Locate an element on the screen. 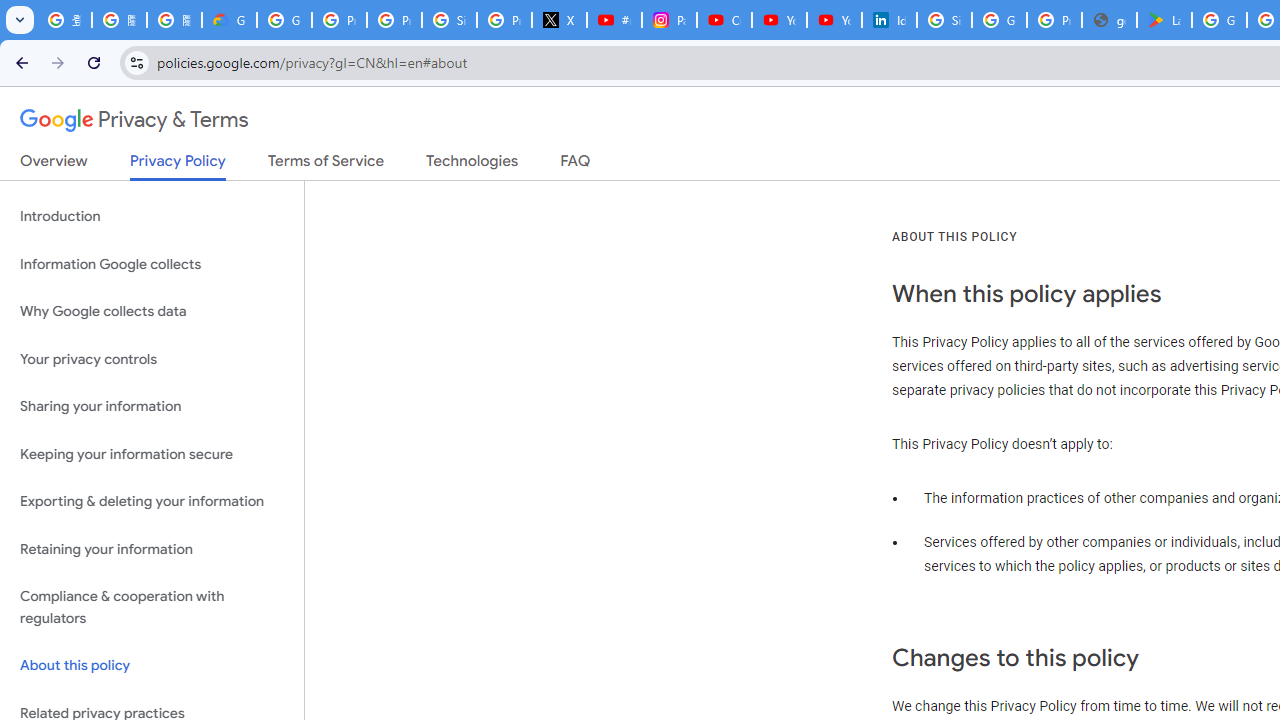 This screenshot has width=1280, height=720. 'Last Shelter: Survival - Apps on Google Play' is located at coordinates (1164, 20).